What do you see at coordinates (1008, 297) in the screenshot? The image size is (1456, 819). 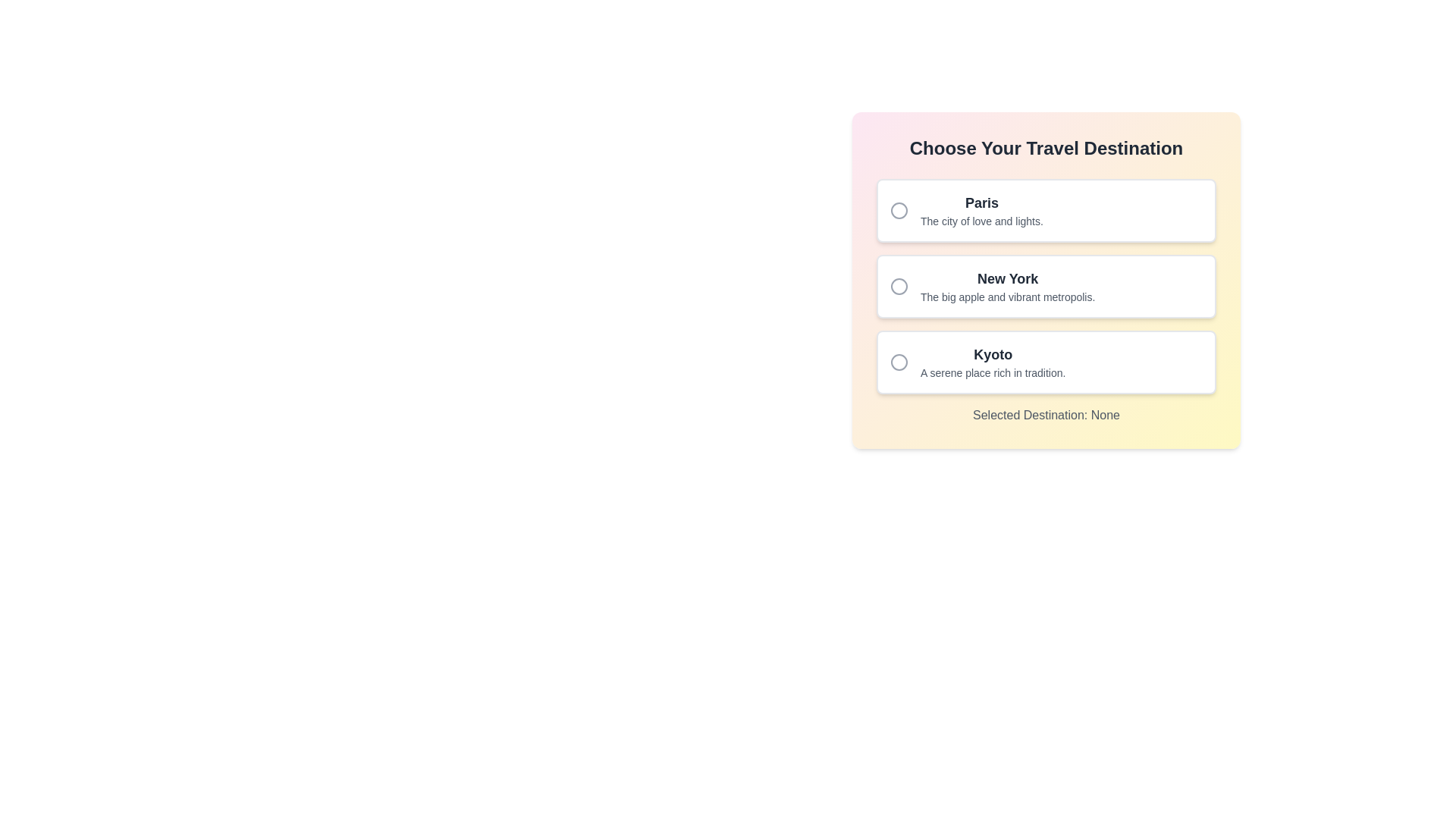 I see `the descriptive text element located beneath the 'New York' title in the travel destination selection interface` at bounding box center [1008, 297].